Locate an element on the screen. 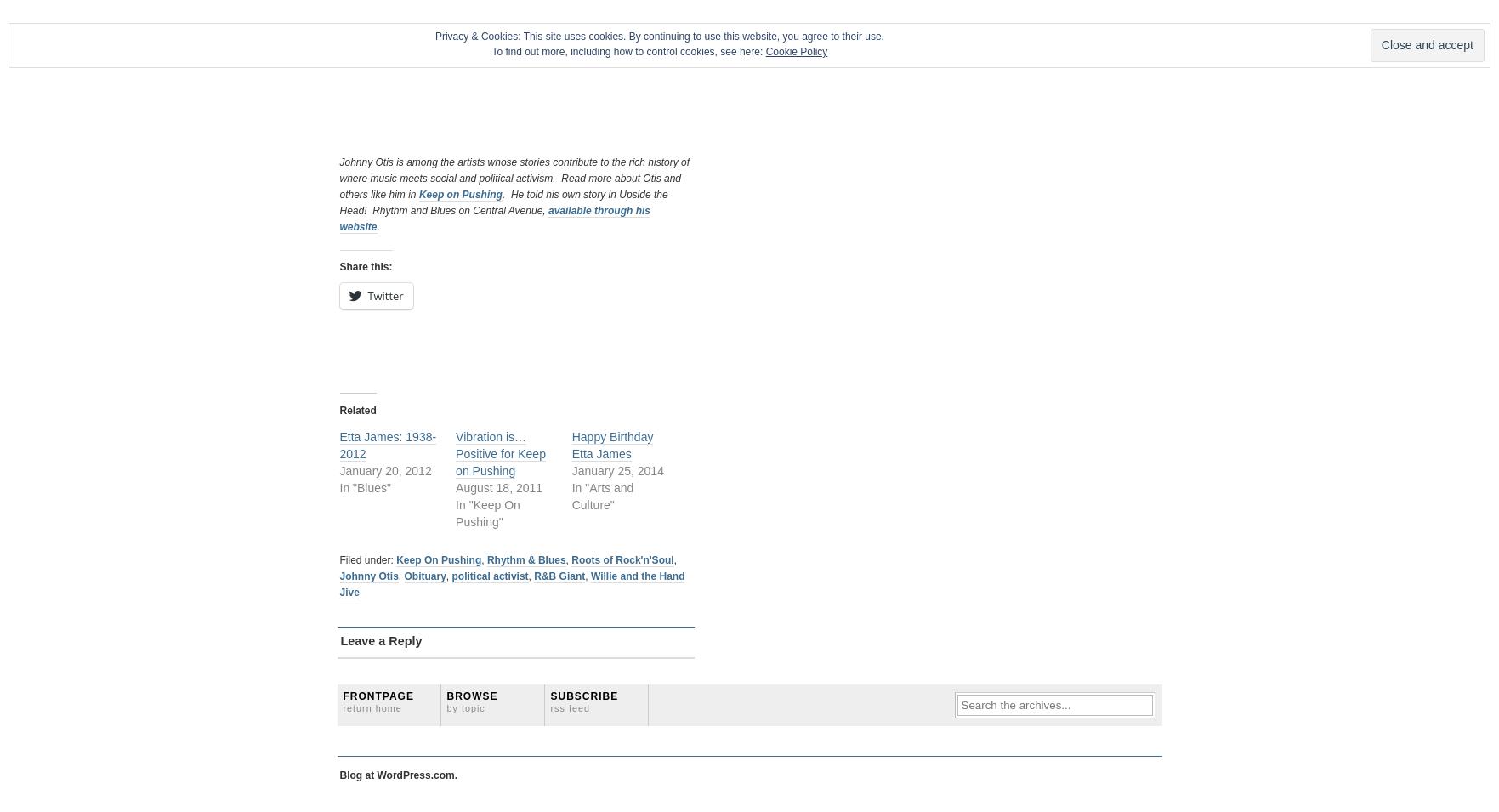 Image resolution: width=1499 pixels, height=812 pixels. 'Filed under:' is located at coordinates (367, 558).